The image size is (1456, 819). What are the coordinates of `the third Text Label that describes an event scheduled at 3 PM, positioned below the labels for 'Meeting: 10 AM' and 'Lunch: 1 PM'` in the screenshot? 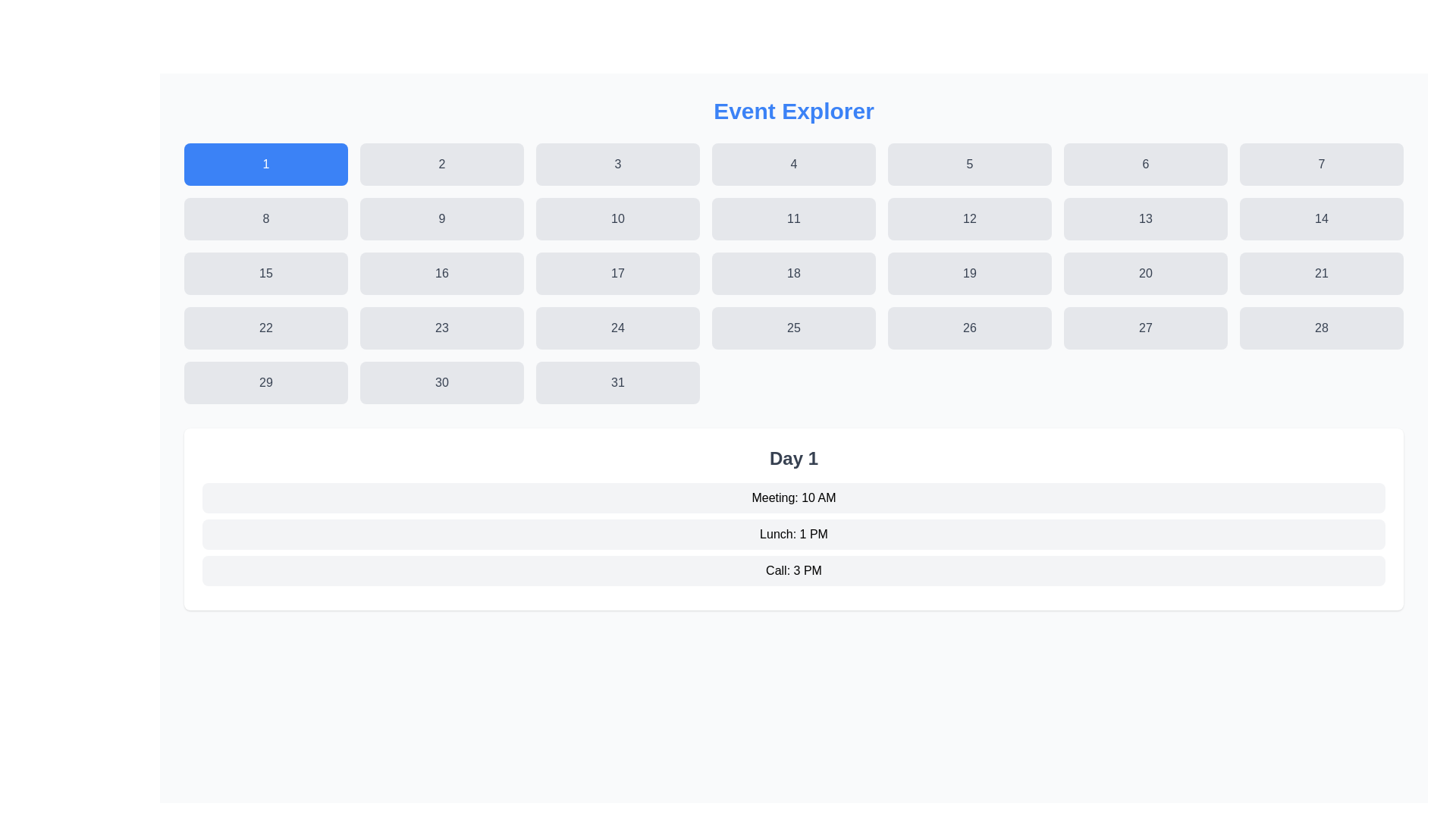 It's located at (792, 570).